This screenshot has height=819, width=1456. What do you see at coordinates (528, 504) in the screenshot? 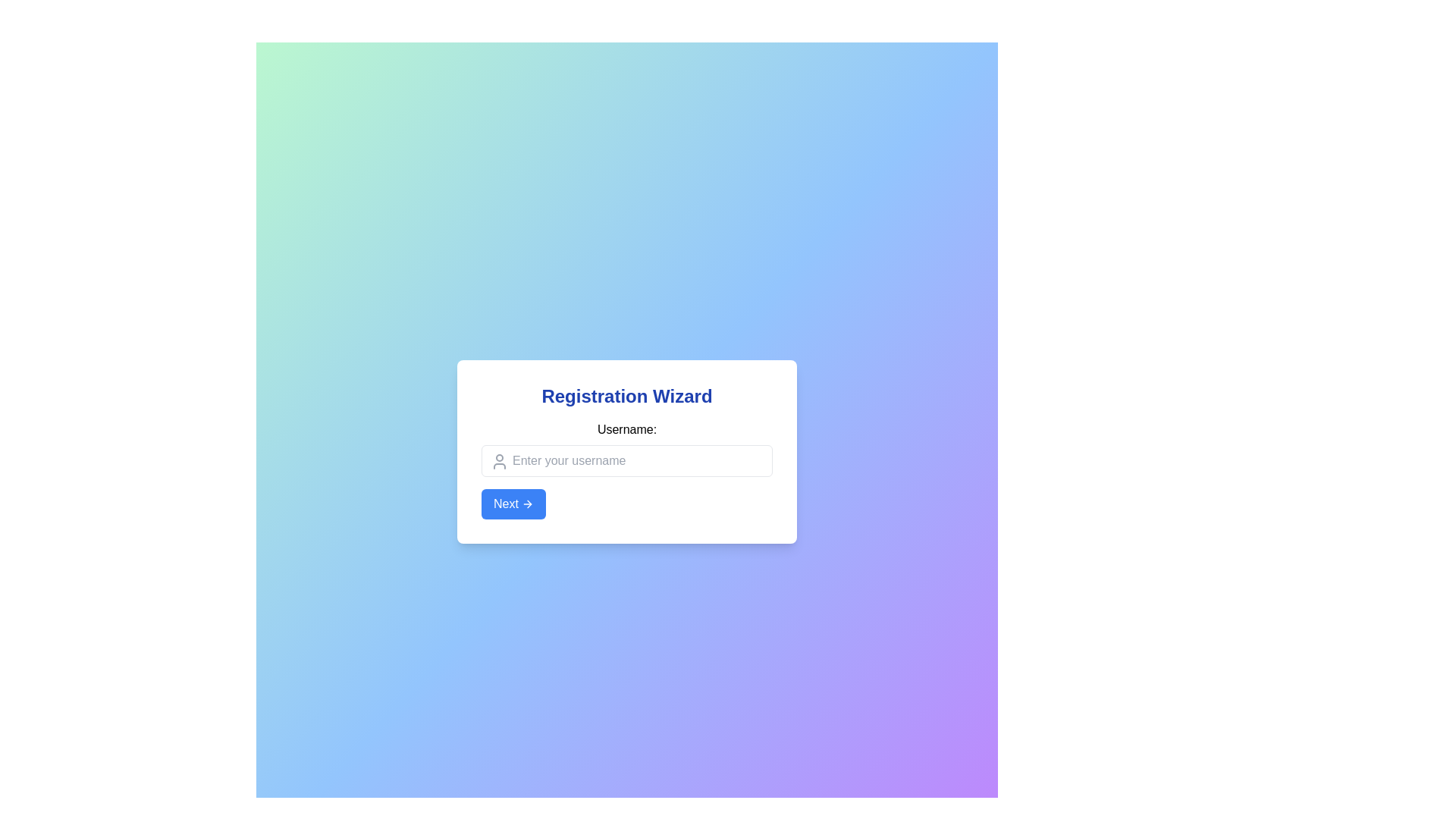
I see `the right-pointing arrow icon embedded within the blue 'Next' button at the bottom of the 'Registration Wizard' form` at bounding box center [528, 504].